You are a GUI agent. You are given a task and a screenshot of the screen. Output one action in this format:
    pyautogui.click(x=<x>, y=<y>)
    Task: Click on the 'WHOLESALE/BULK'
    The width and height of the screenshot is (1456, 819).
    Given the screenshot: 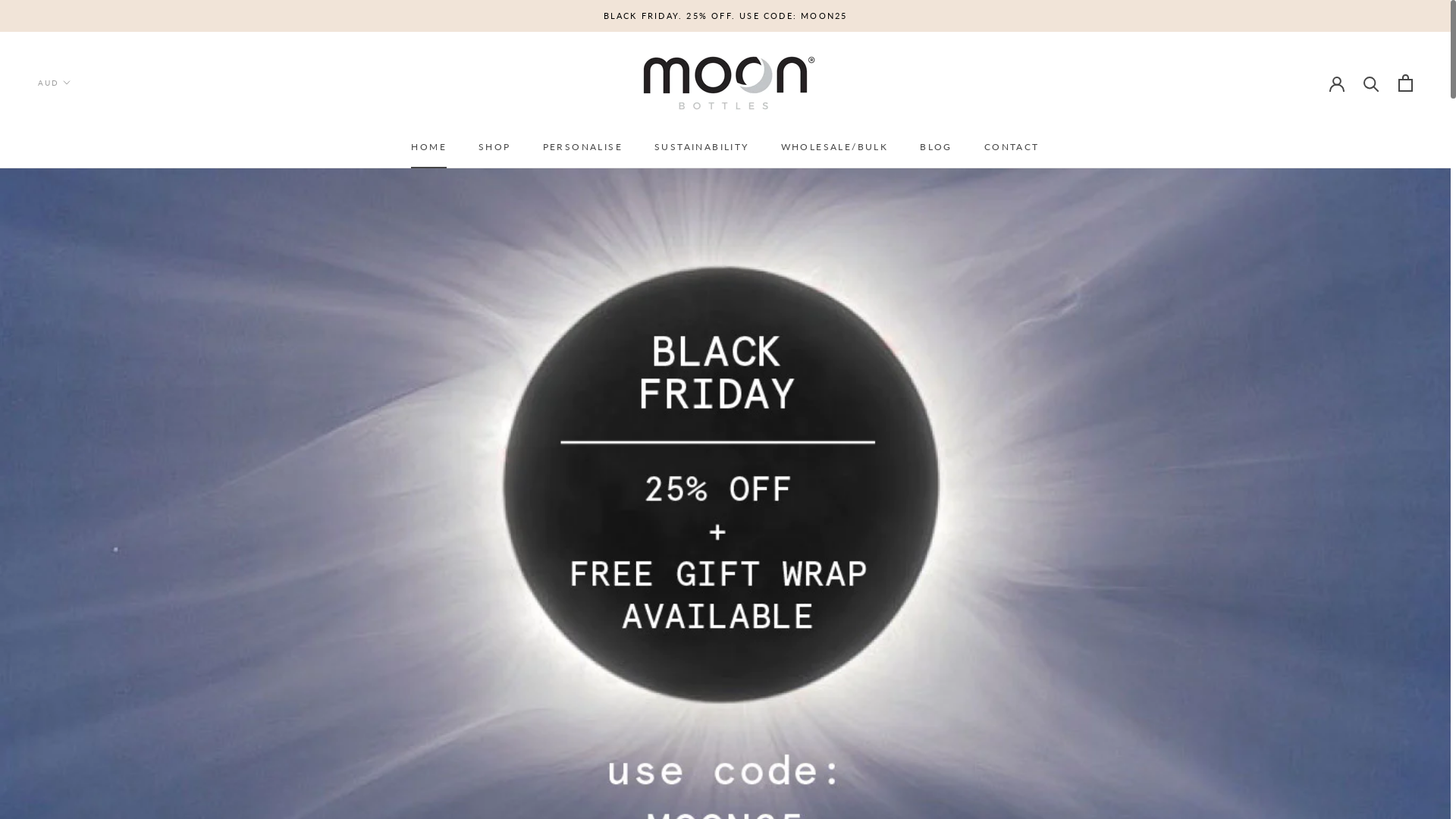 What is the action you would take?
    pyautogui.click(x=833, y=146)
    